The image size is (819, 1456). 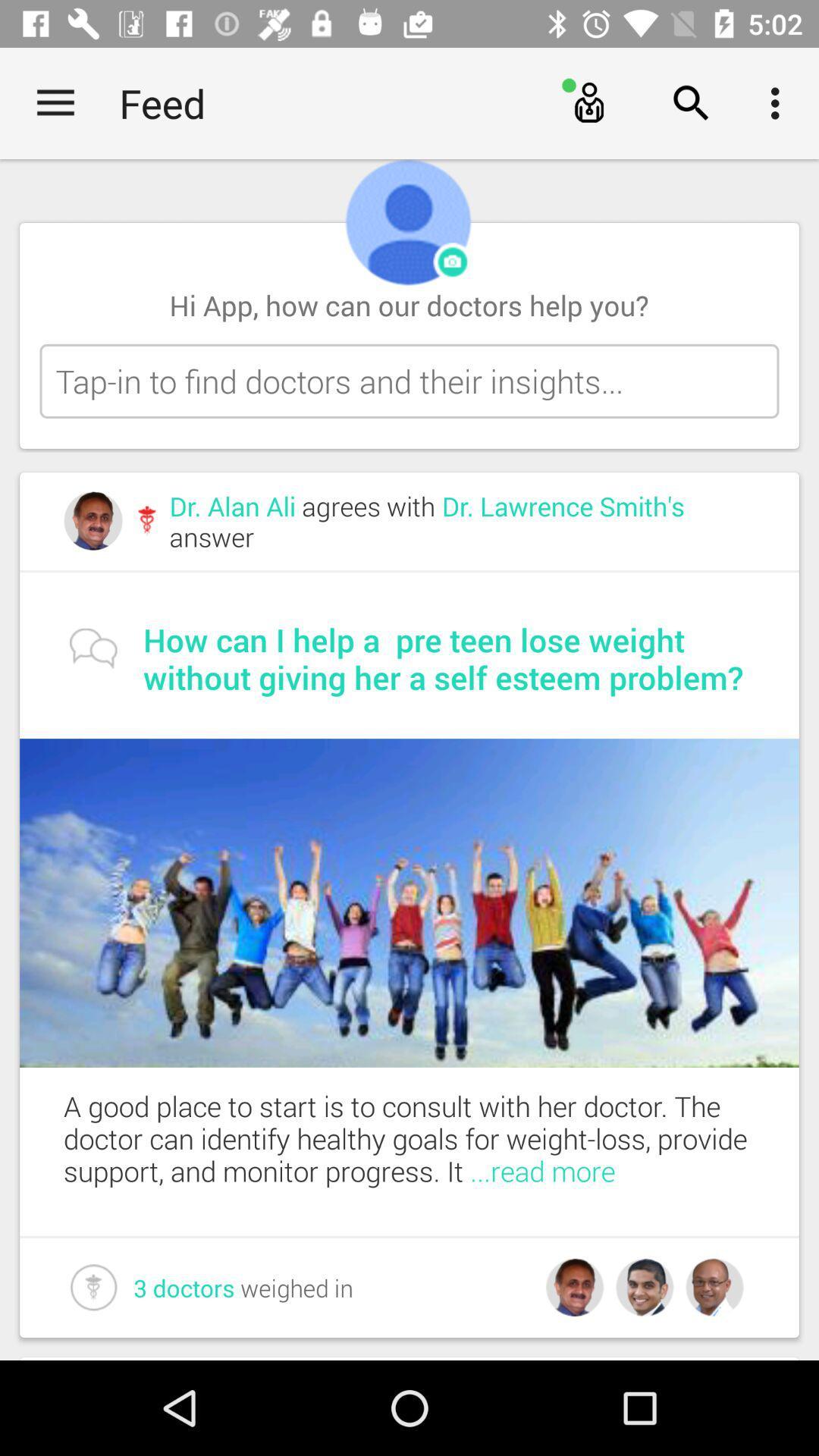 I want to click on the a good place, so click(x=431, y=1138).